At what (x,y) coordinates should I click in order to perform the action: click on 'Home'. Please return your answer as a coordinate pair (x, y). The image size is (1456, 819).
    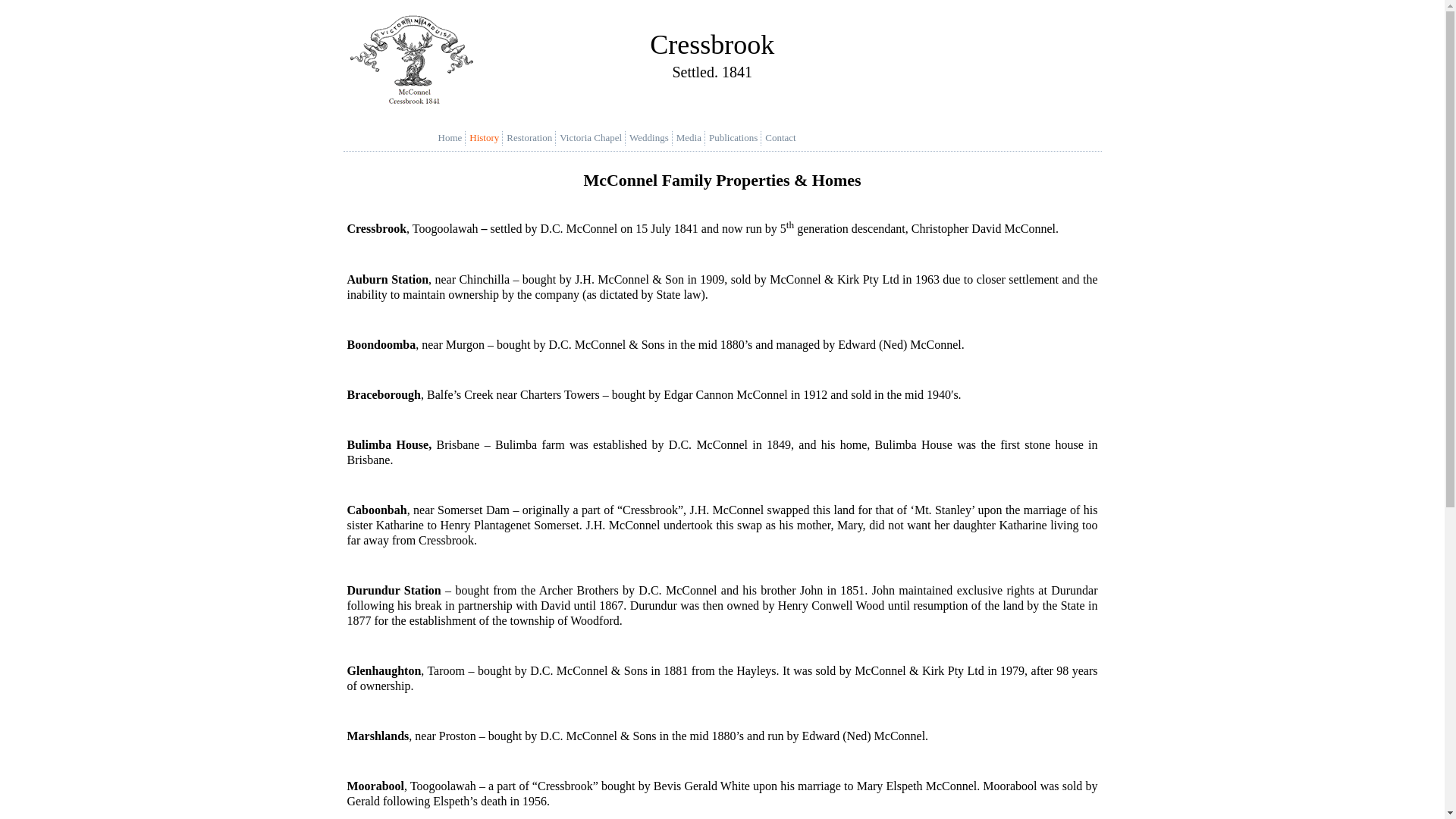
    Looking at the image, I should click on (453, 137).